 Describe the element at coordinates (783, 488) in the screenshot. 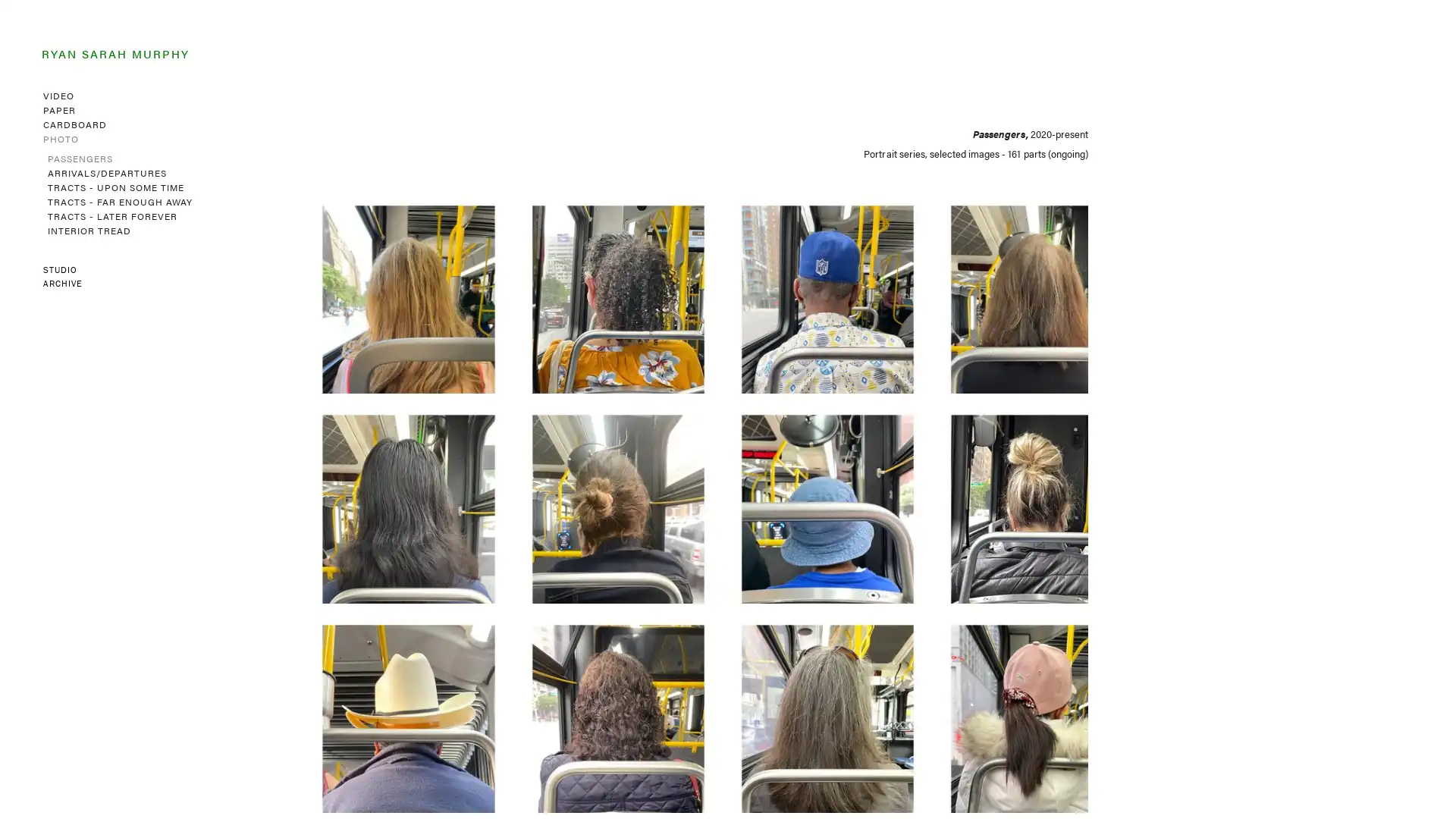

I see `View fullsize Passenger 155-.jpeg` at that location.